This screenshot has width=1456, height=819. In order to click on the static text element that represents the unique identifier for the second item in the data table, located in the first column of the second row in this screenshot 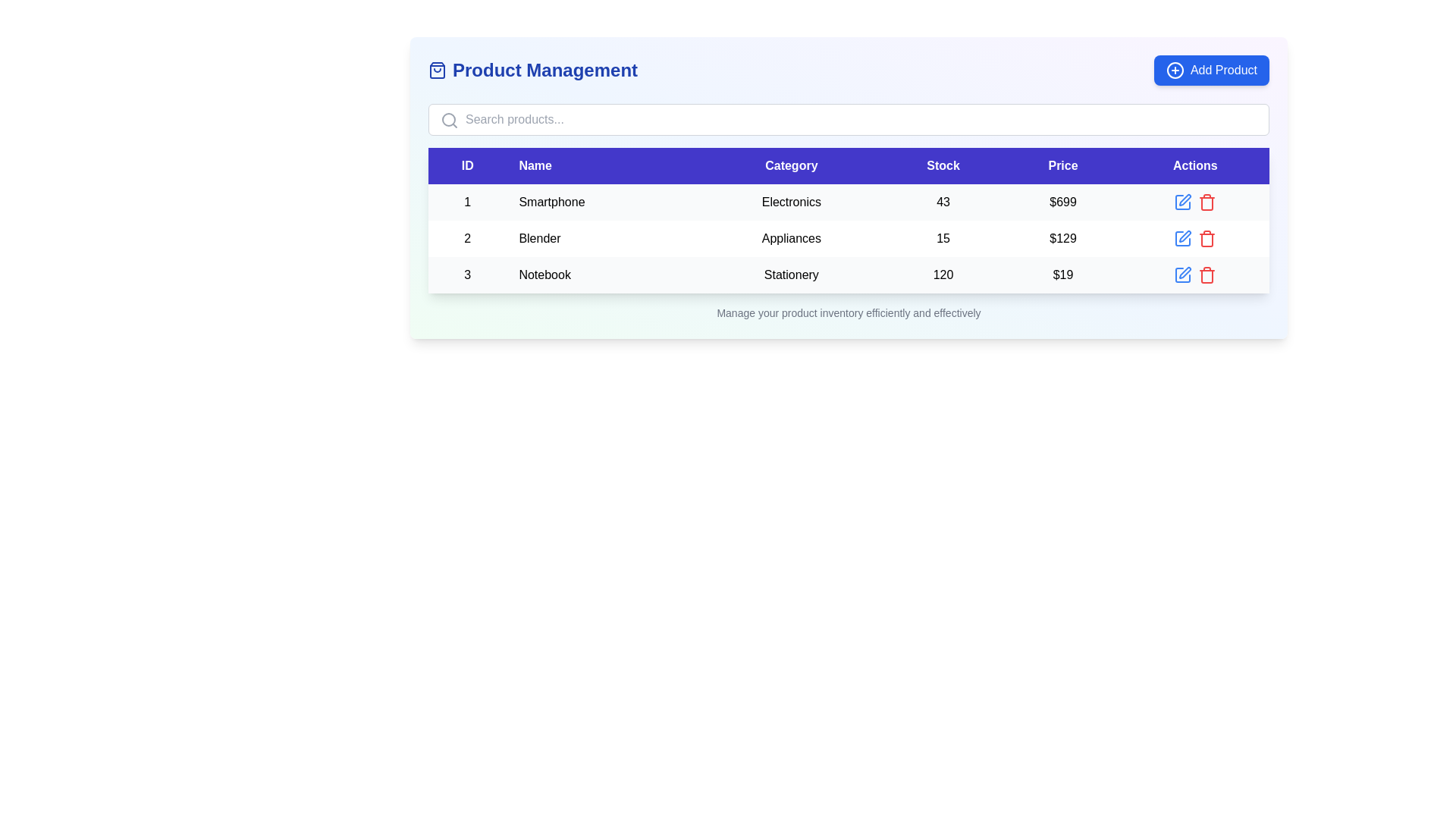, I will do `click(466, 239)`.